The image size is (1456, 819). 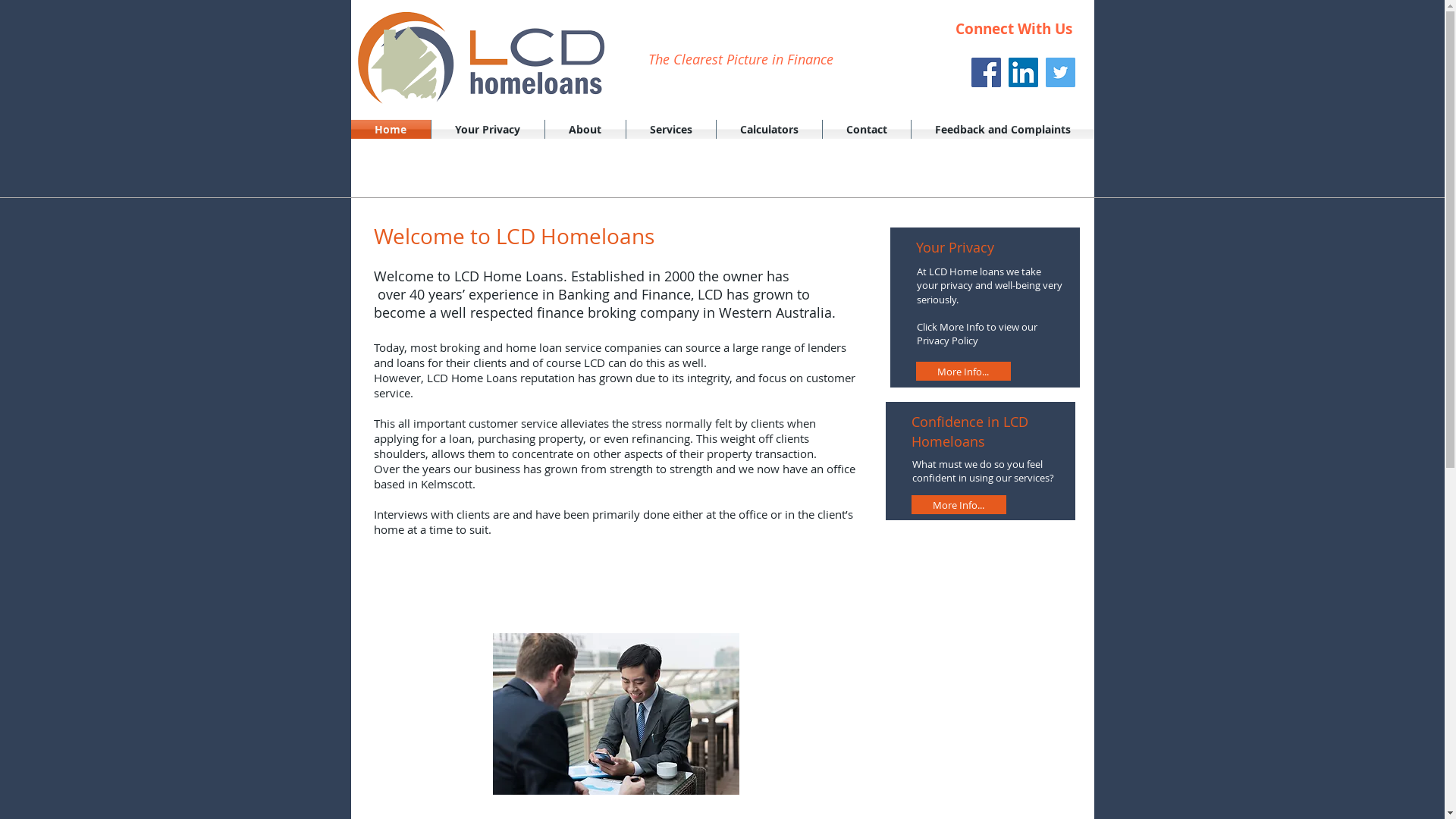 I want to click on 'Calculators', so click(x=768, y=128).